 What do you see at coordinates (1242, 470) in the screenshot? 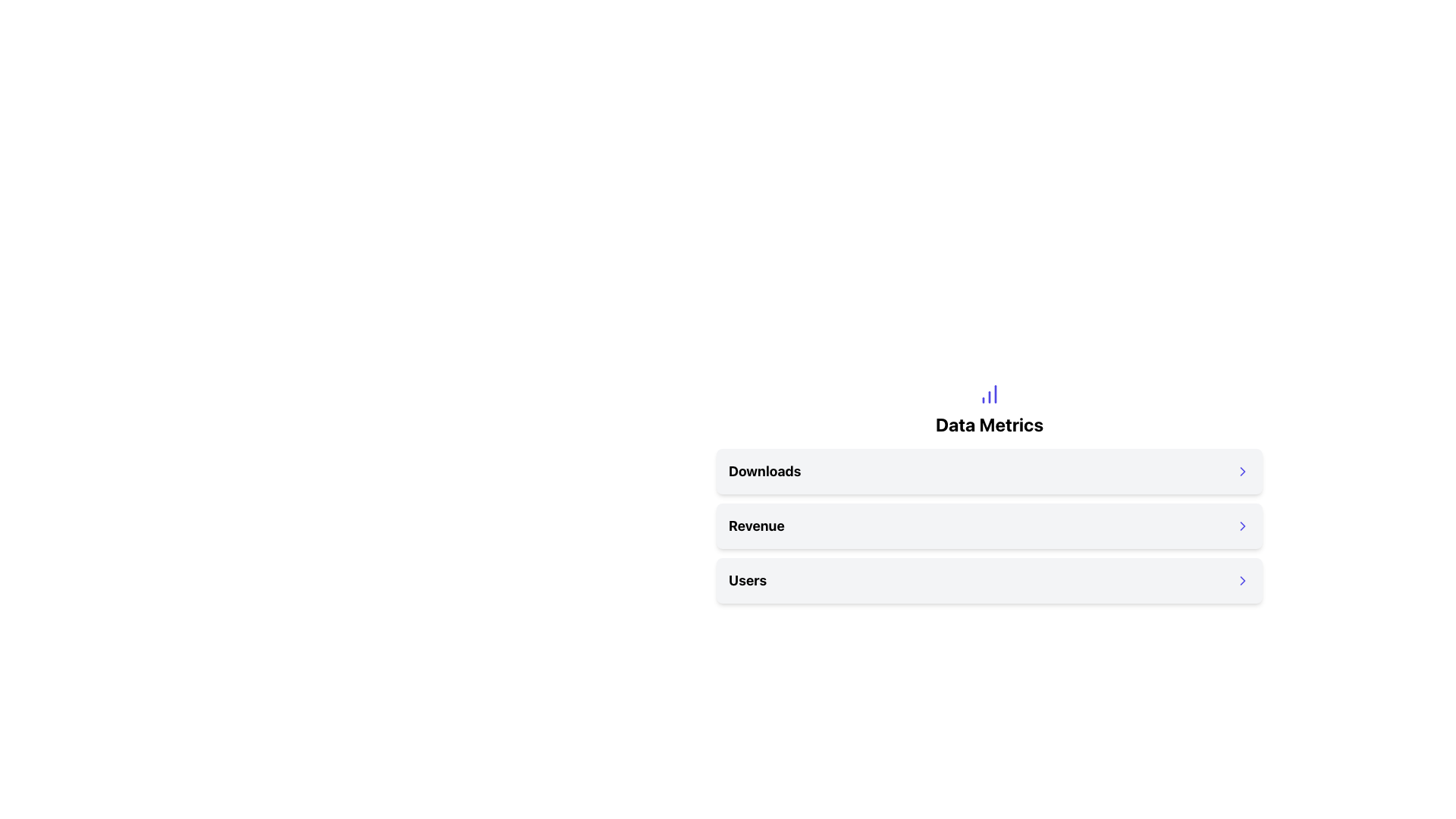
I see `the indigo chevron icon` at bounding box center [1242, 470].